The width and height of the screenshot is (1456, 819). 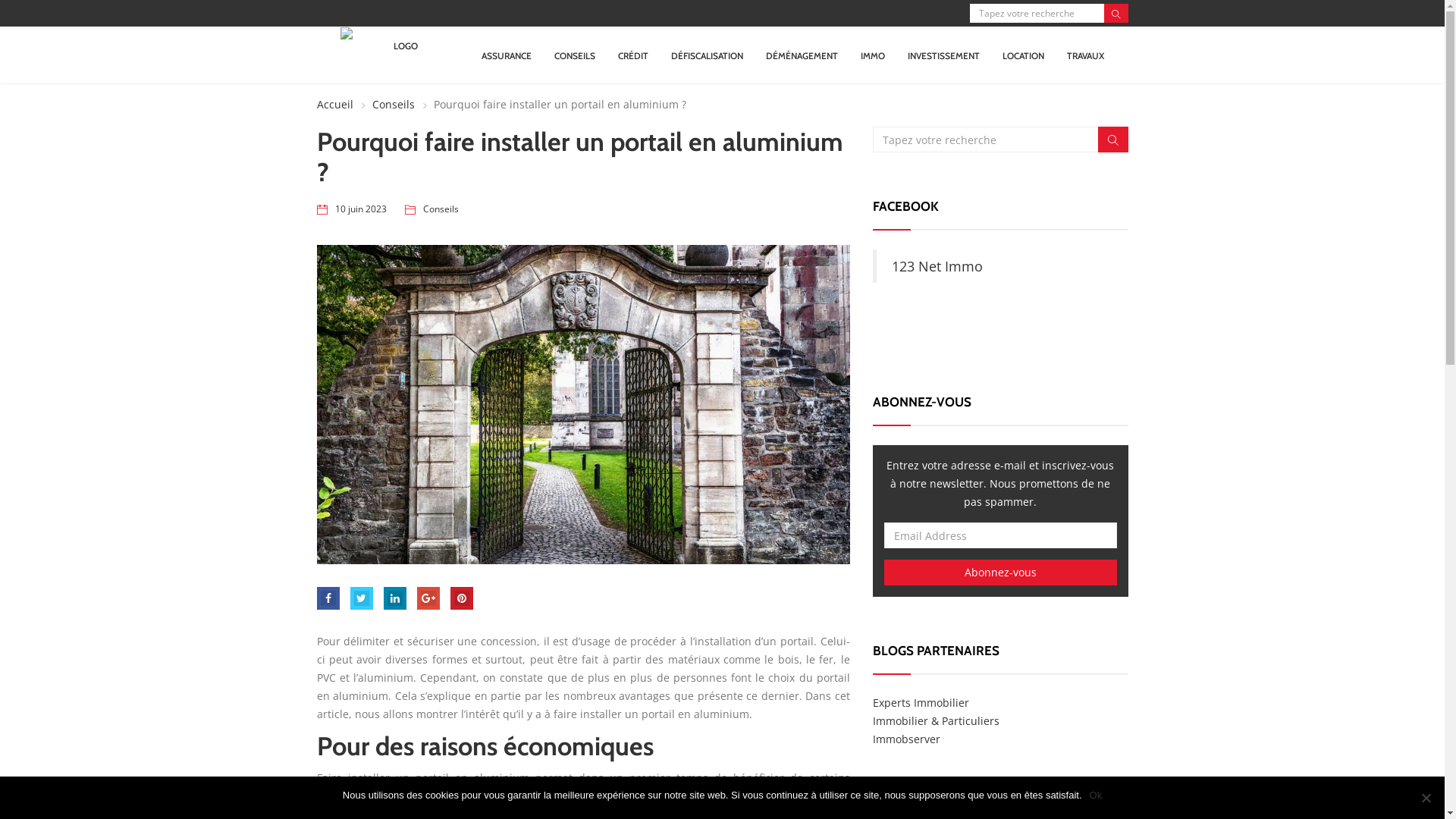 I want to click on 'Immobserver', so click(x=906, y=738).